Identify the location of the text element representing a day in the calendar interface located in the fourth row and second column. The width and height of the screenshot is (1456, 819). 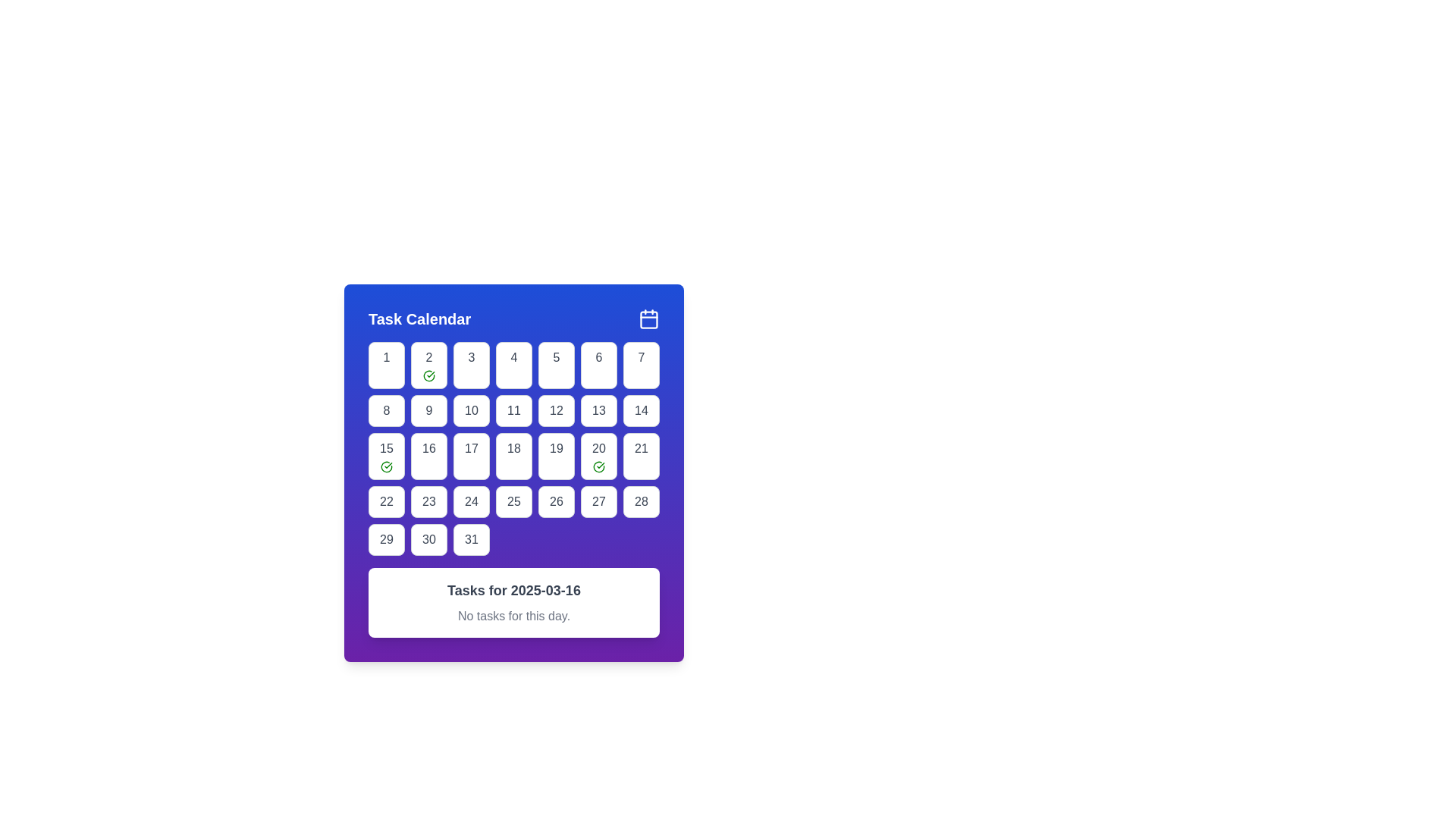
(428, 502).